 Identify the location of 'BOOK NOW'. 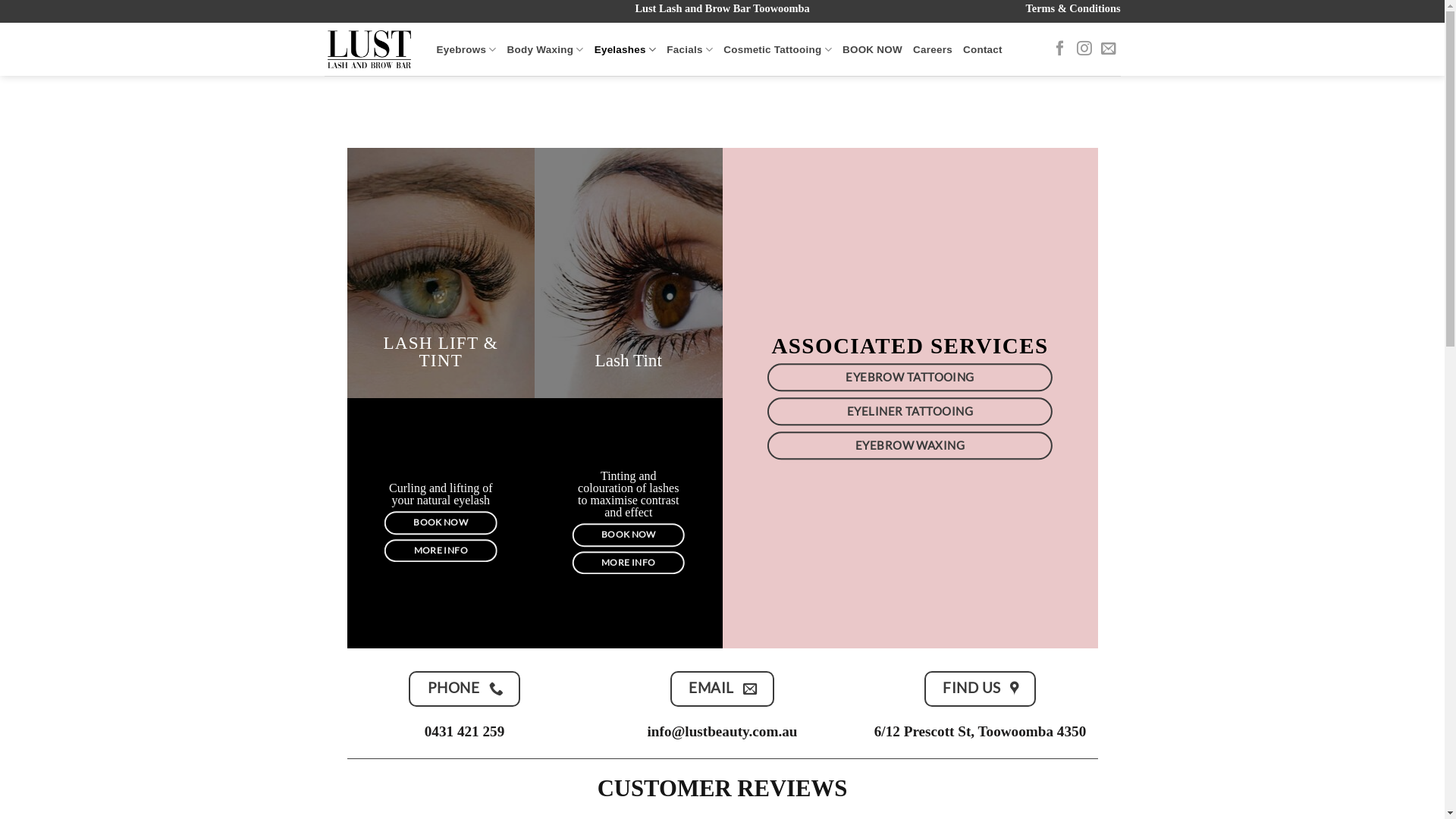
(628, 534).